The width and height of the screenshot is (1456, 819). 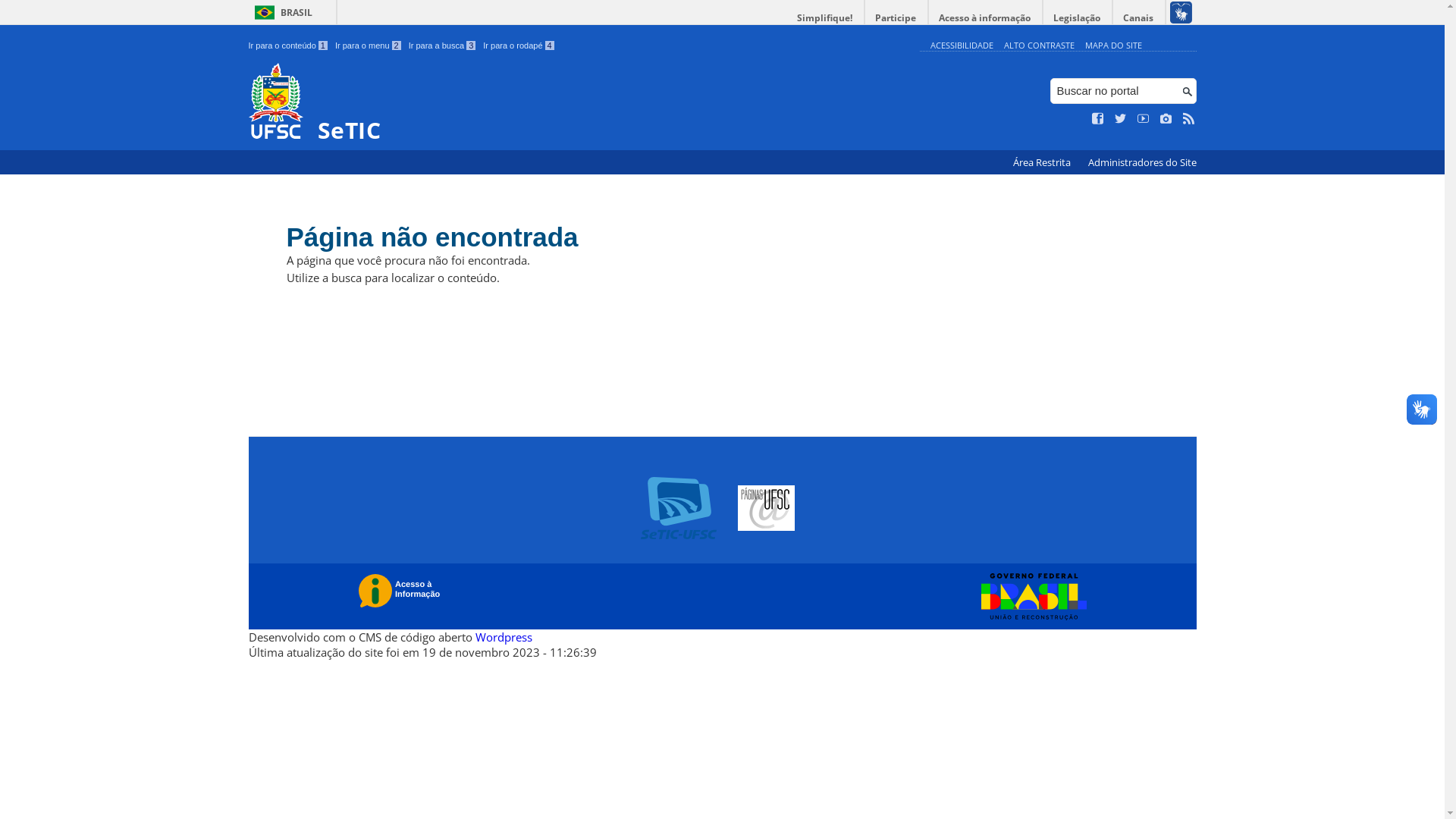 I want to click on 'Ir para o menu 2', so click(x=368, y=45).